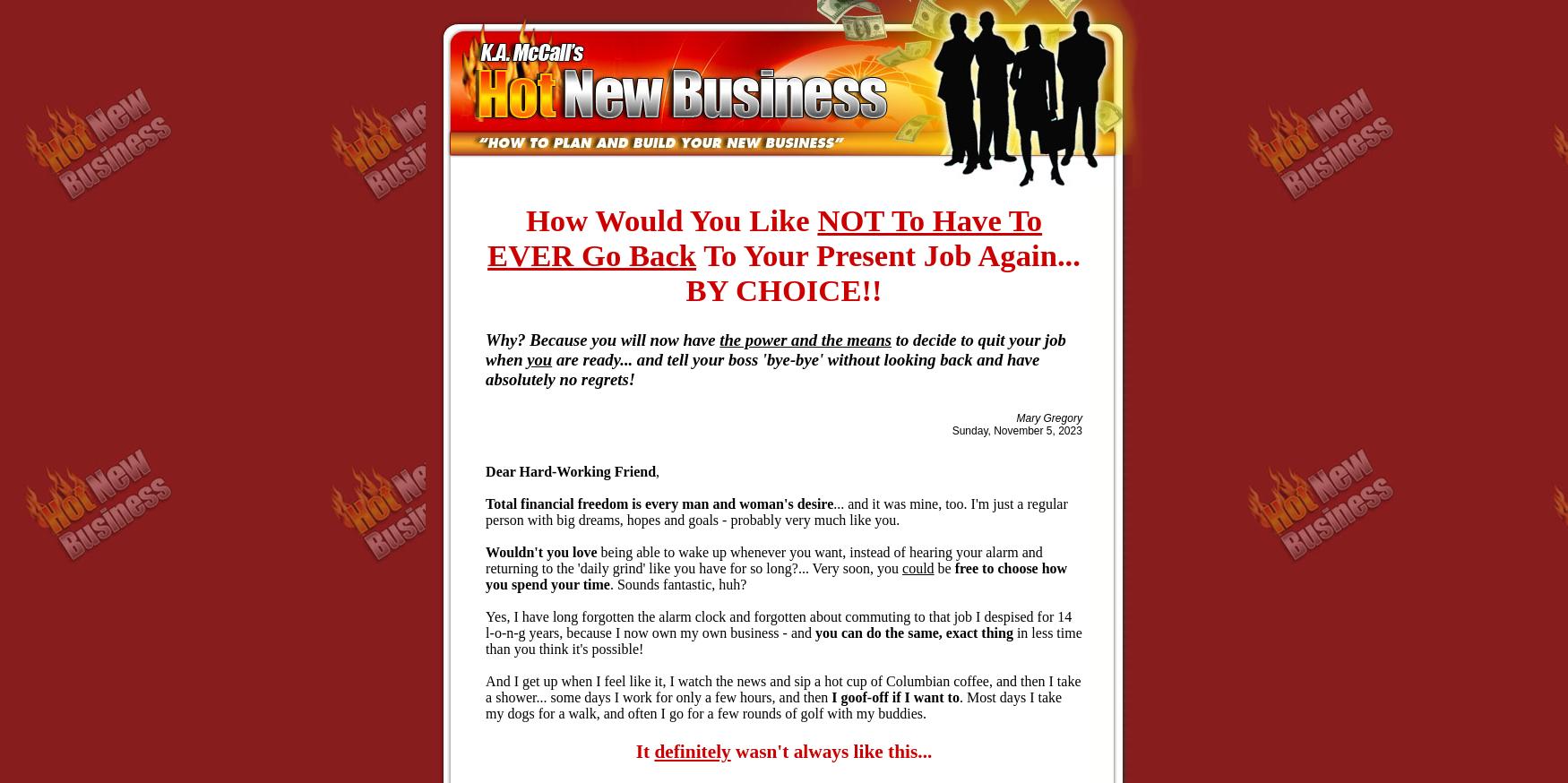 The width and height of the screenshot is (1568, 783). I want to click on 'to decide to quit your job when', so click(775, 348).